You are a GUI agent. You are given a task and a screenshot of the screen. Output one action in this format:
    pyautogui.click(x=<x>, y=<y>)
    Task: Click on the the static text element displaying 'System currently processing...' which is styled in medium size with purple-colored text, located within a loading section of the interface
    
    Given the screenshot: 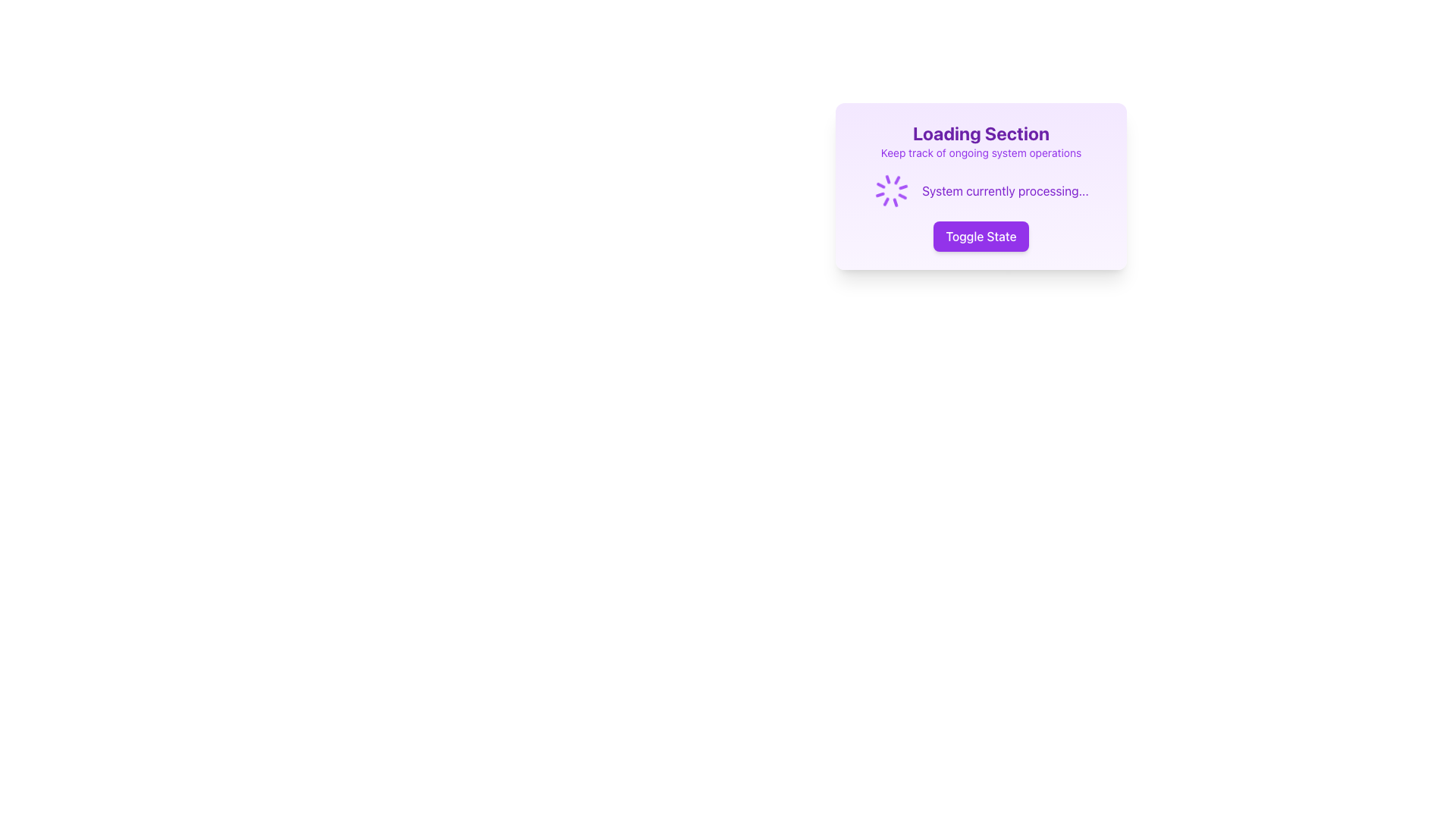 What is the action you would take?
    pyautogui.click(x=1005, y=190)
    